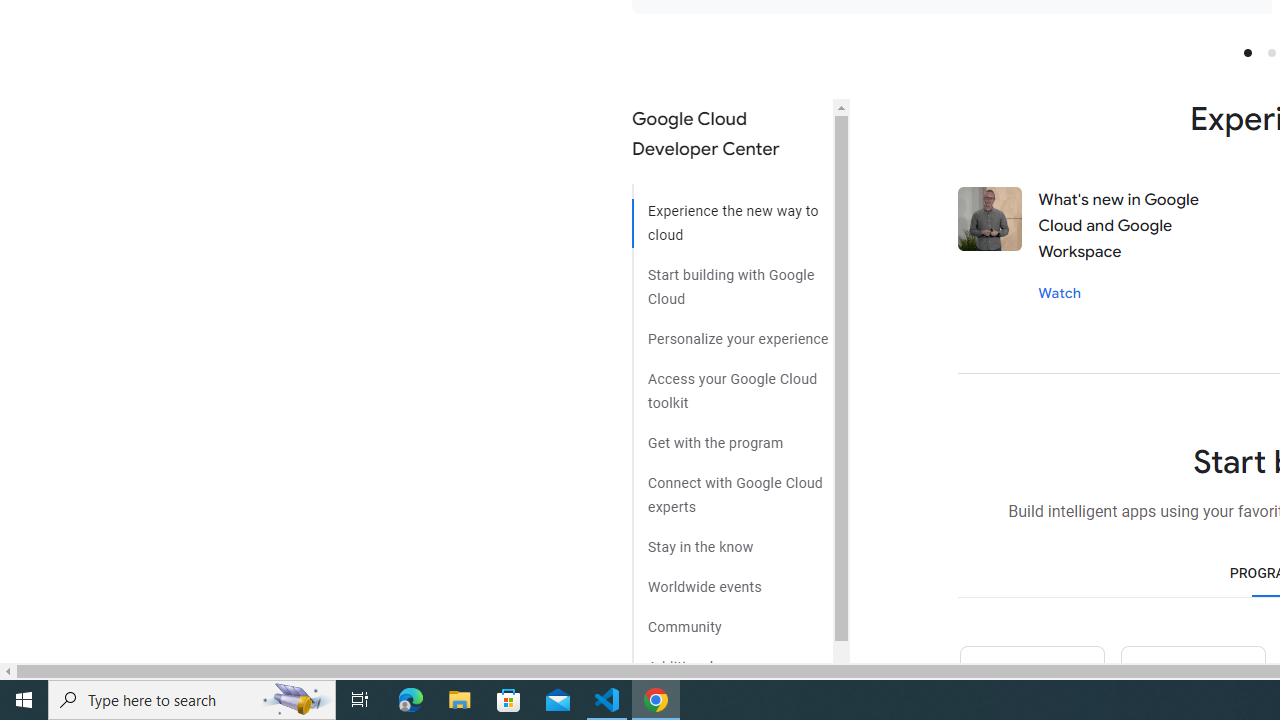  I want to click on 'Additional resources', so click(731, 659).